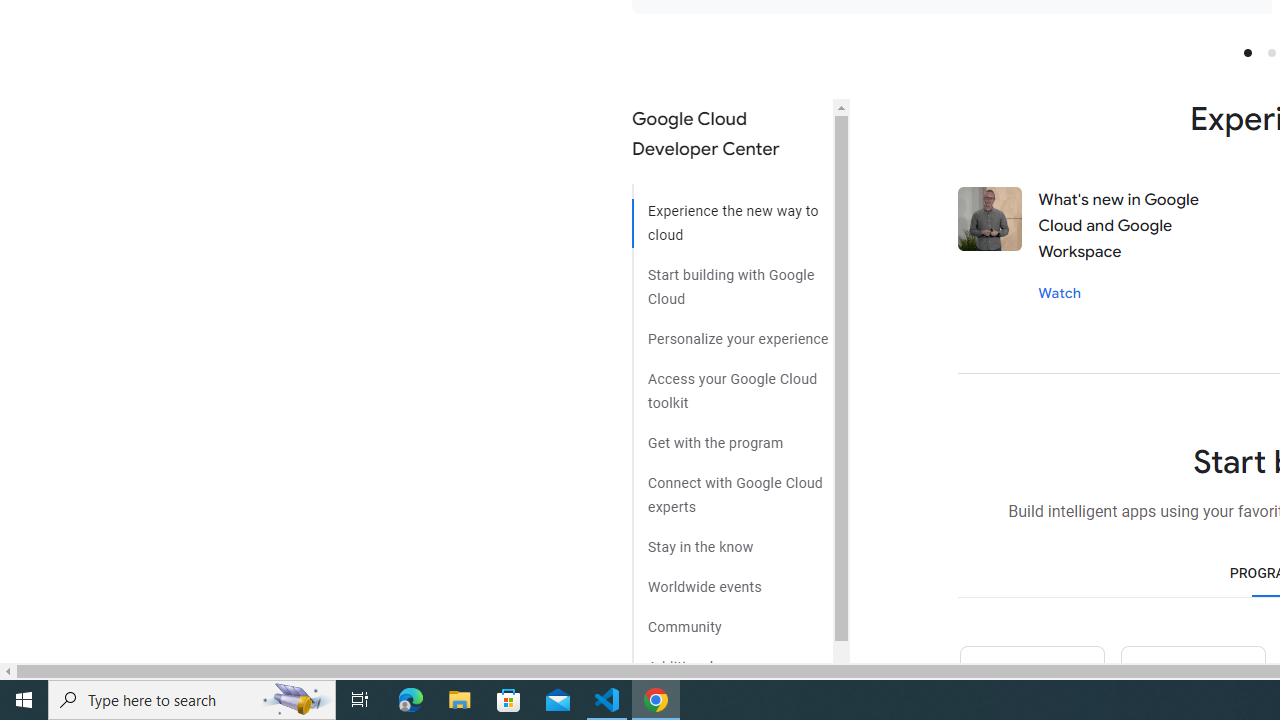  I want to click on 'Additional resources', so click(731, 659).